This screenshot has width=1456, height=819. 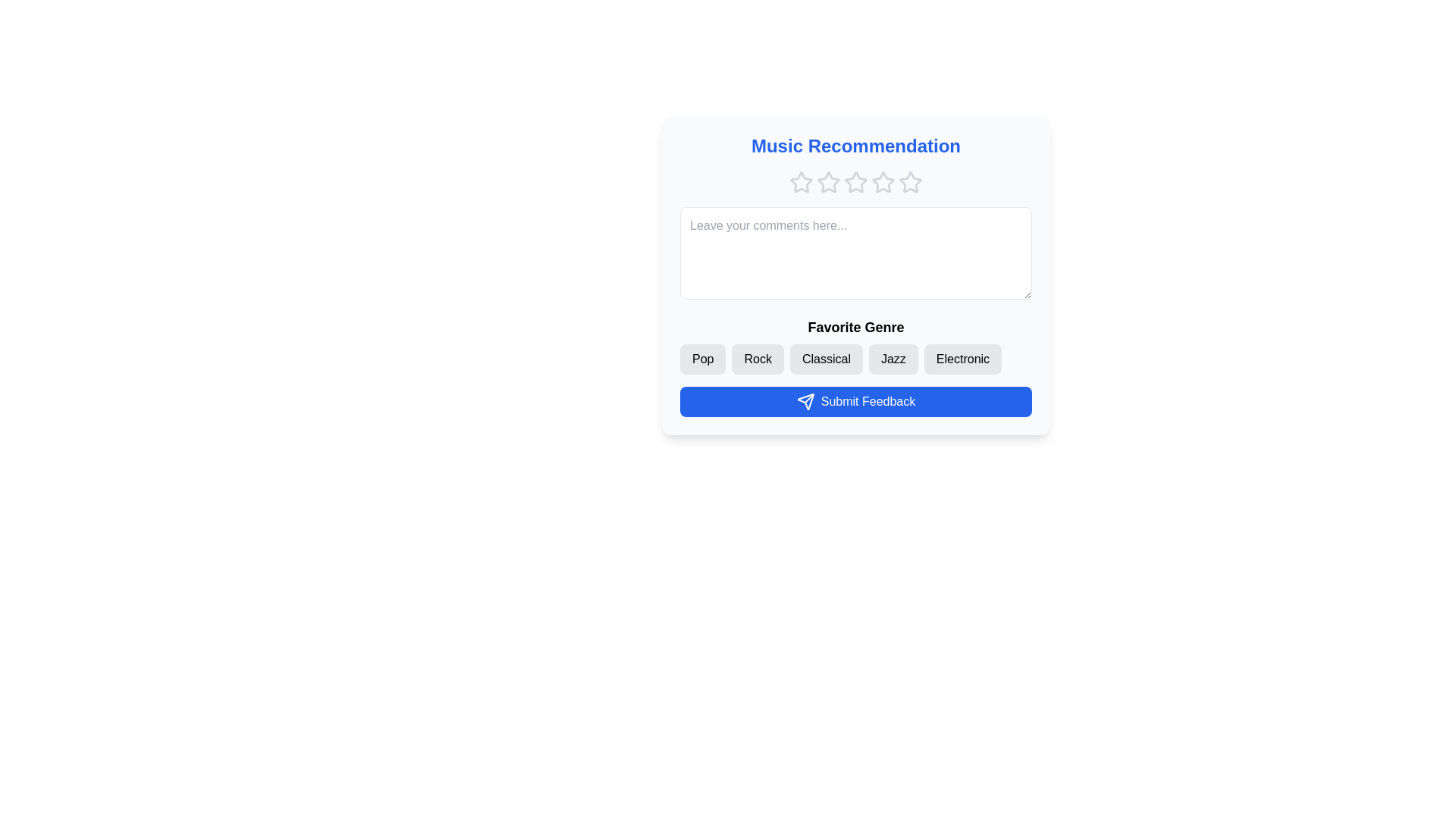 I want to click on the 'Rock' button, which is the second button in a horizontal group of five buttons representing musical genres, so click(x=758, y=359).